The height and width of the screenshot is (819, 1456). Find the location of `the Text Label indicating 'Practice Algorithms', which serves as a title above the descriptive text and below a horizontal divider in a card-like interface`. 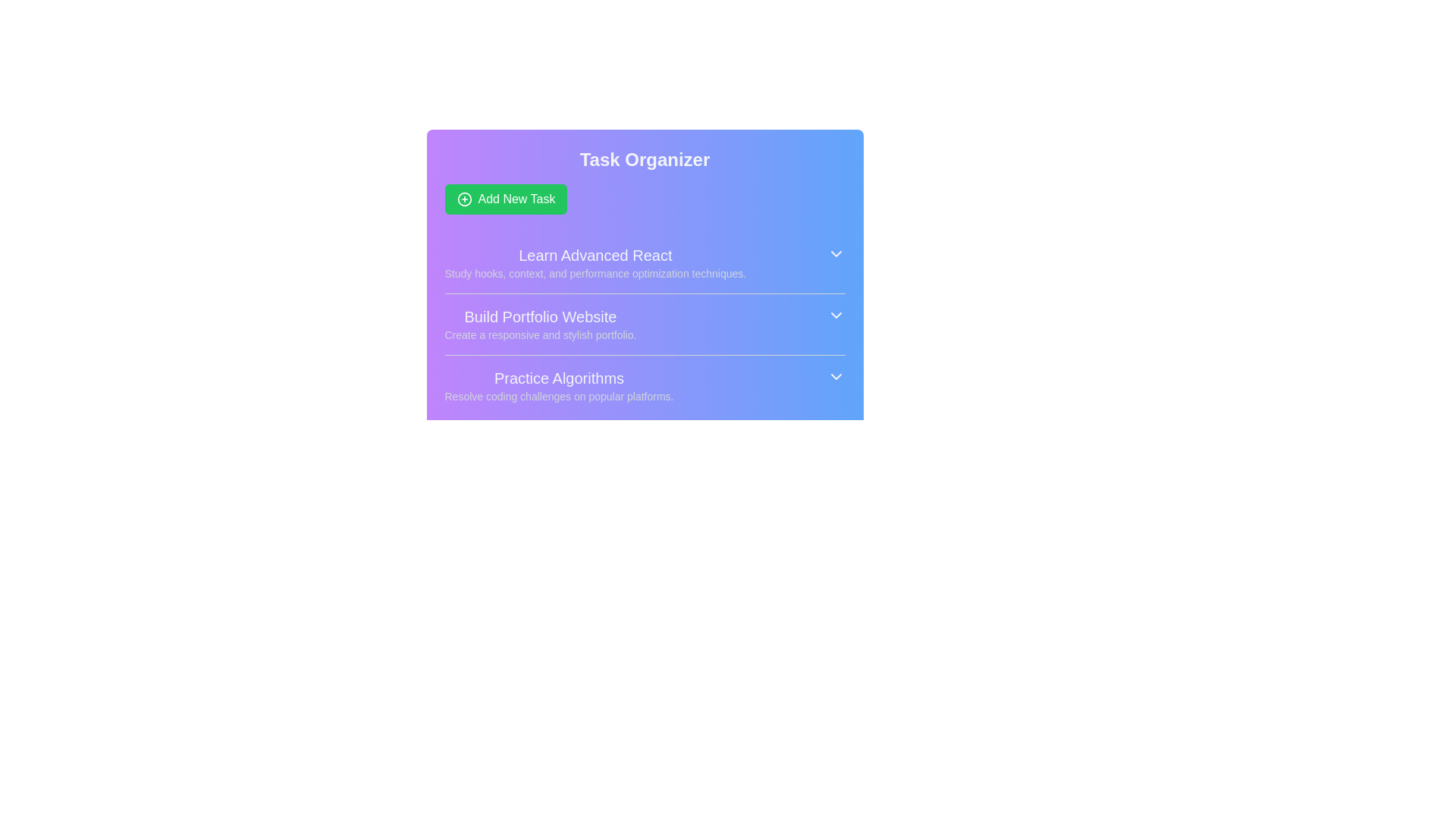

the Text Label indicating 'Practice Algorithms', which serves as a title above the descriptive text and below a horizontal divider in a card-like interface is located at coordinates (558, 377).